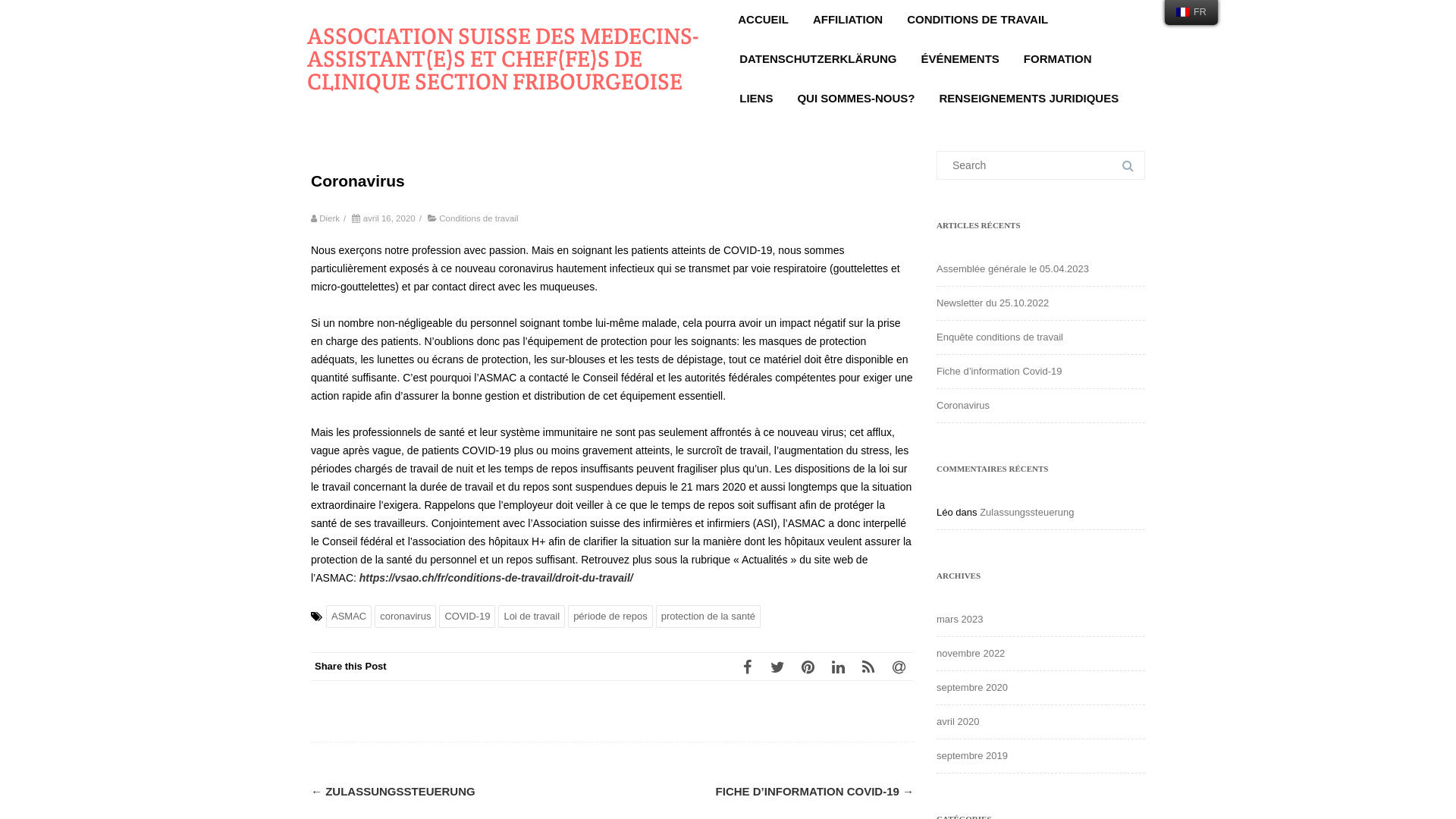 This screenshot has height=819, width=1456. I want to click on 'LIENS', so click(756, 99).